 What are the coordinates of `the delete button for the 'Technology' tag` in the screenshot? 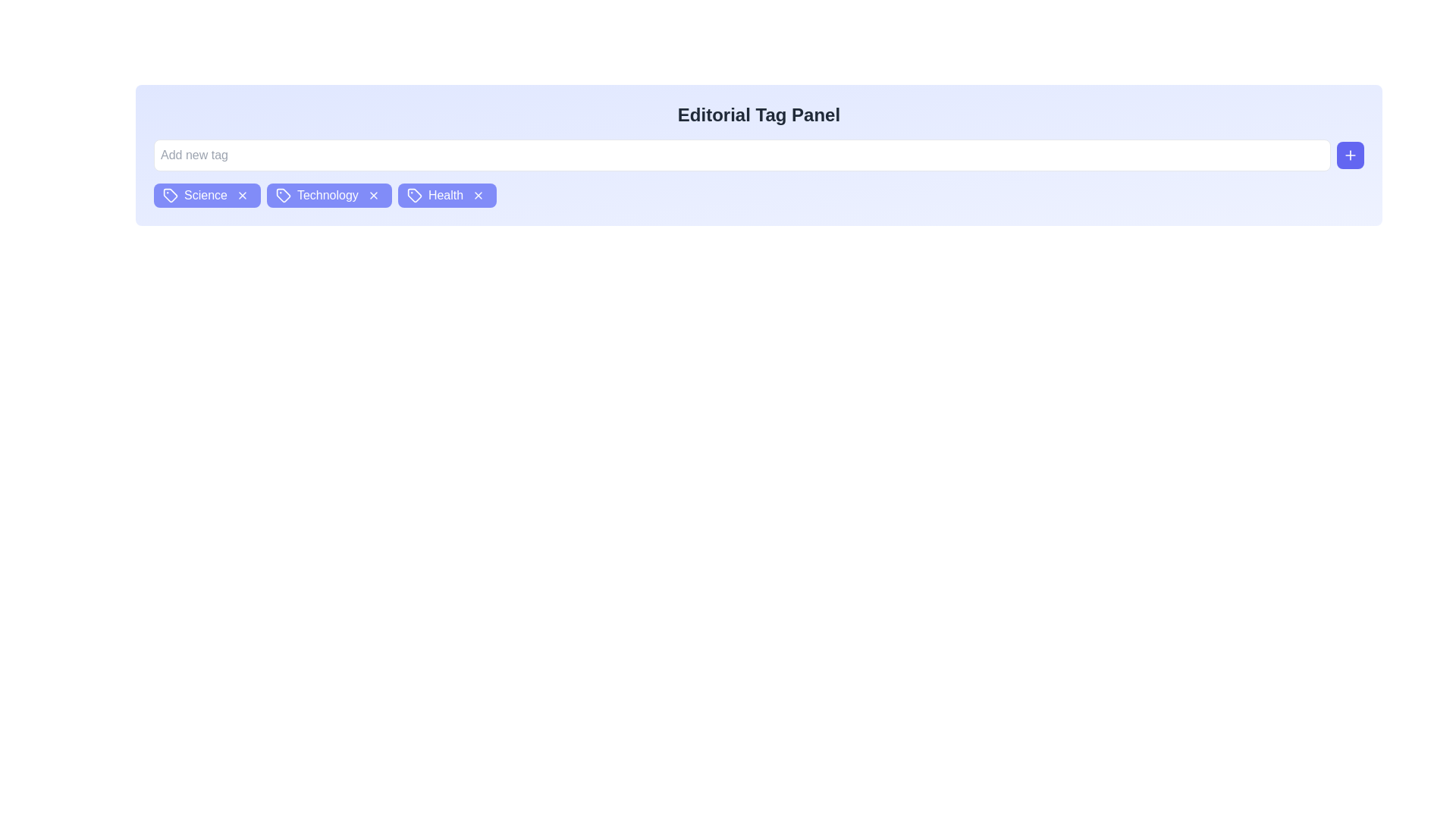 It's located at (373, 195).